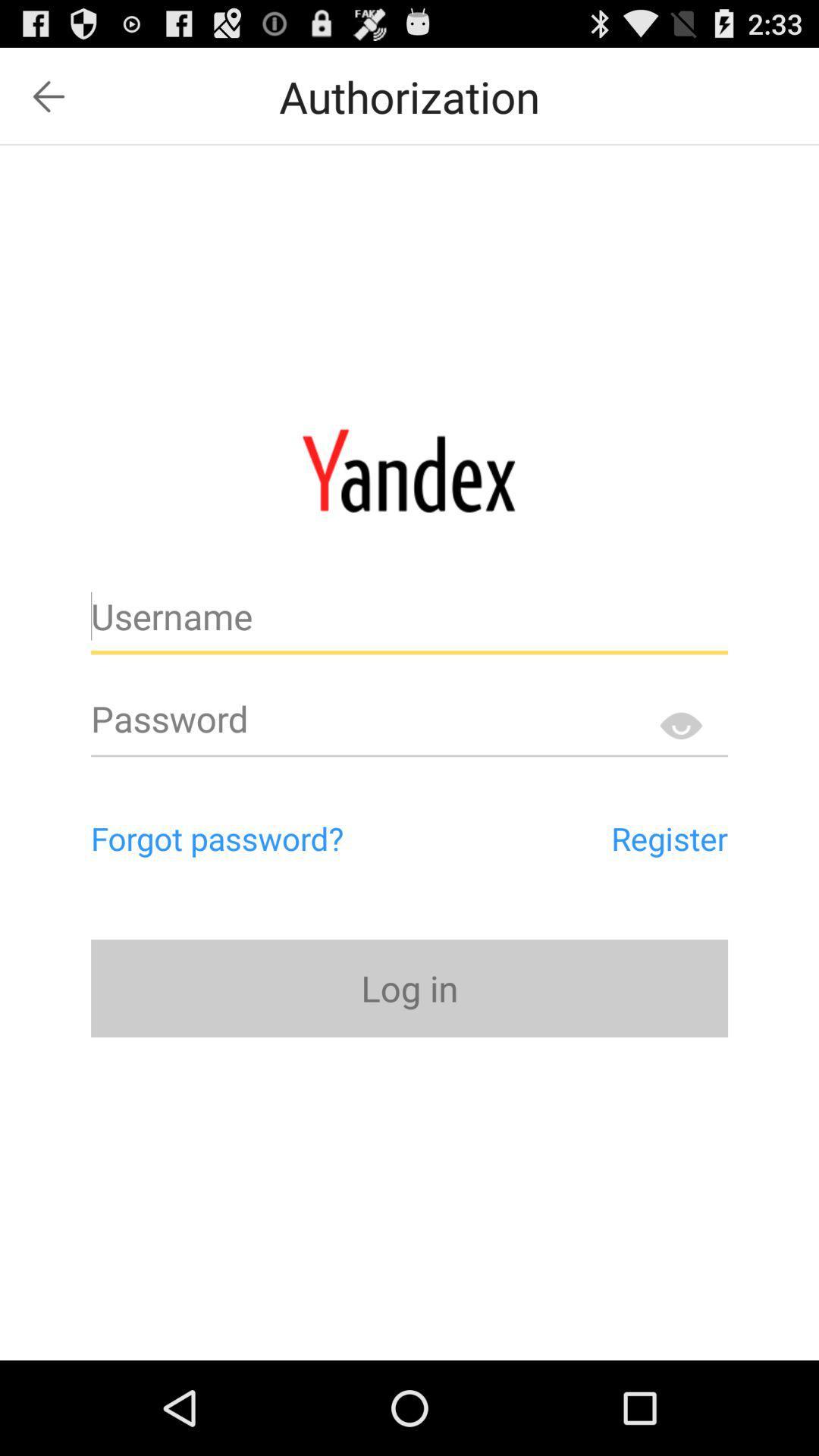 The width and height of the screenshot is (819, 1456). What do you see at coordinates (409, 623) in the screenshot?
I see `text` at bounding box center [409, 623].